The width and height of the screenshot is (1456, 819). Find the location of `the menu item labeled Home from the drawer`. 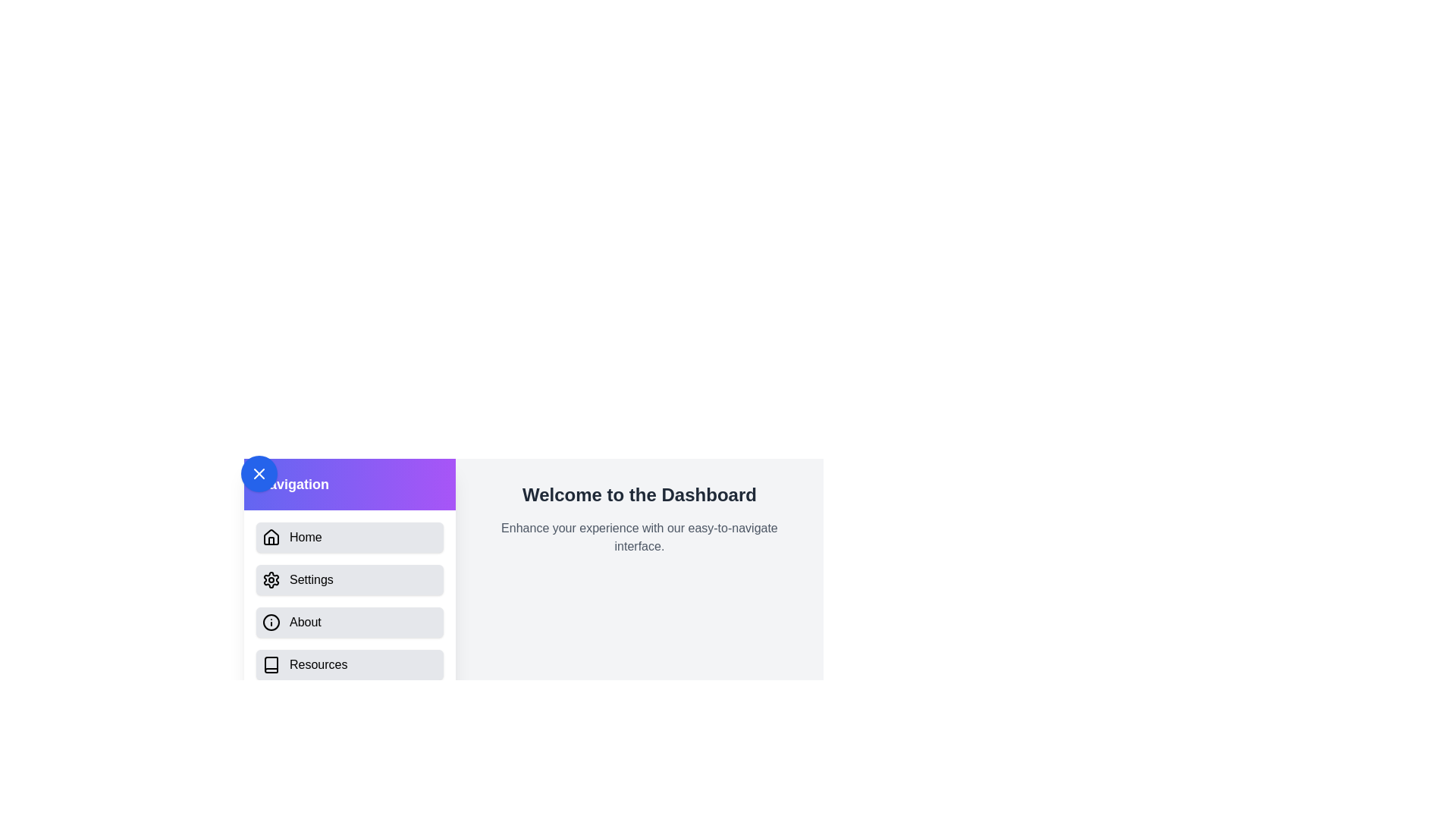

the menu item labeled Home from the drawer is located at coordinates (348, 537).